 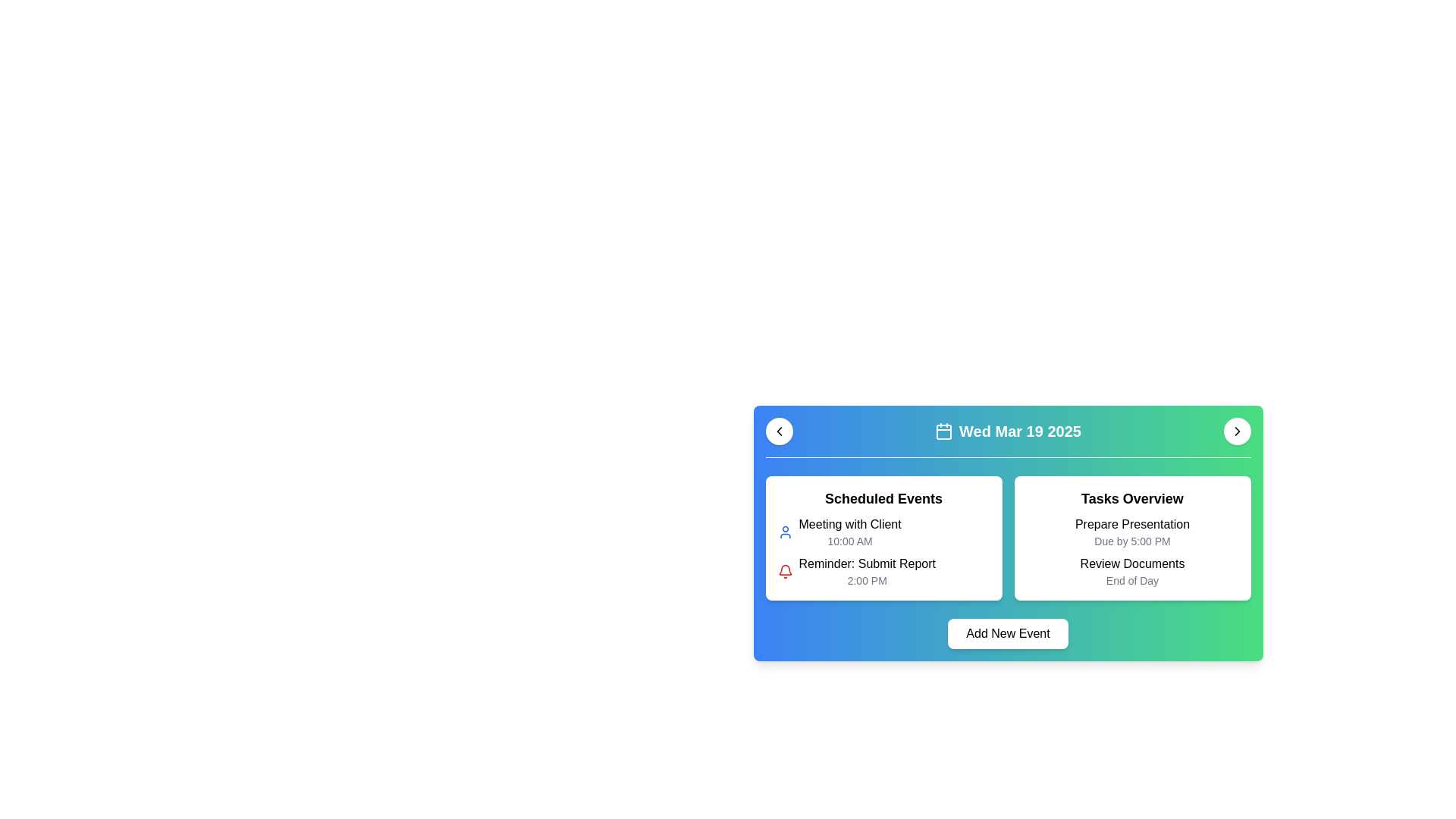 What do you see at coordinates (1132, 571) in the screenshot?
I see `the second task item in the 'Tasks Overview' labeled 'Review Documents' which is located below the title on the right card of the interface` at bounding box center [1132, 571].